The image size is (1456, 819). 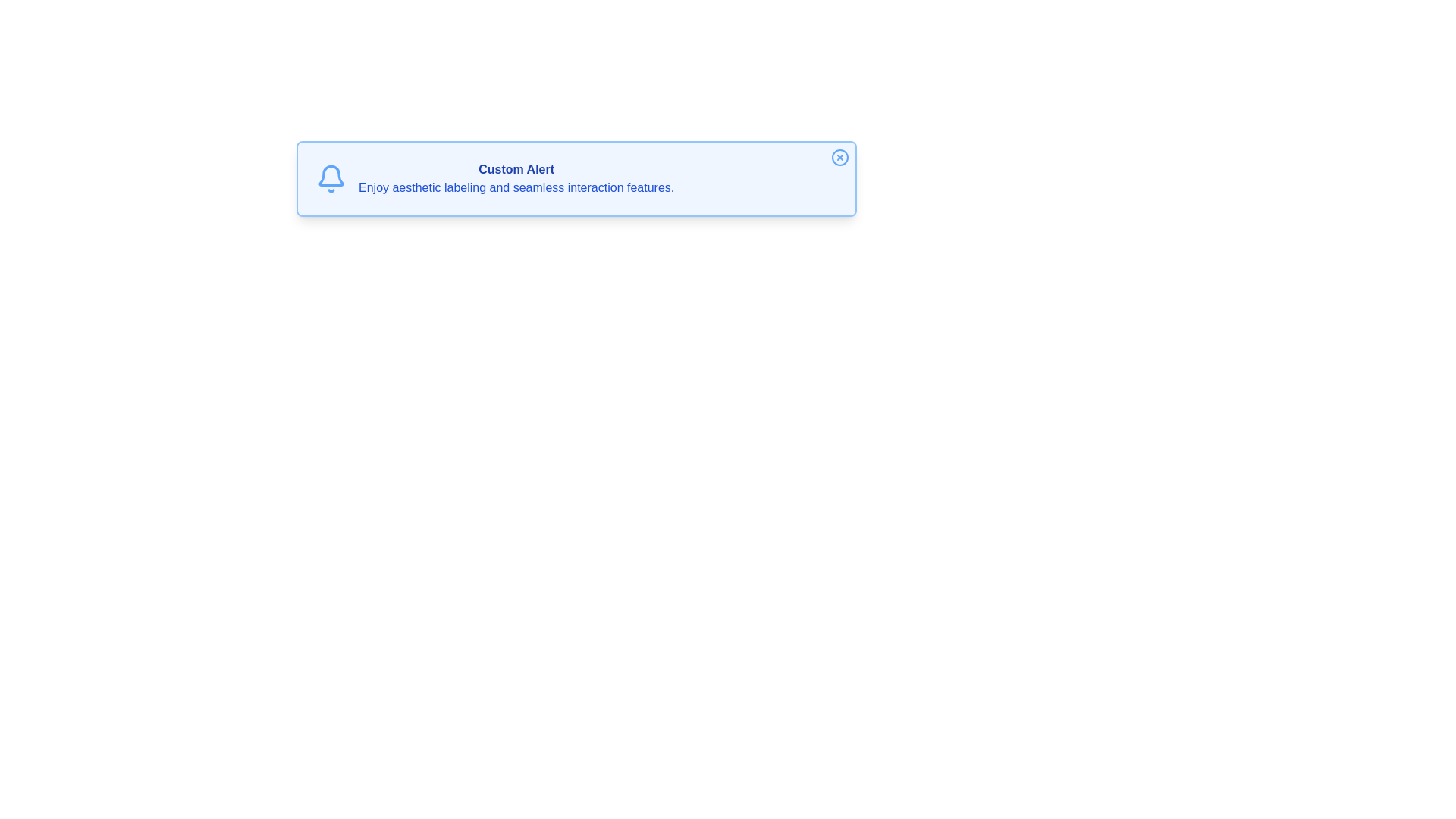 What do you see at coordinates (839, 158) in the screenshot?
I see `close button to dismiss the notification` at bounding box center [839, 158].